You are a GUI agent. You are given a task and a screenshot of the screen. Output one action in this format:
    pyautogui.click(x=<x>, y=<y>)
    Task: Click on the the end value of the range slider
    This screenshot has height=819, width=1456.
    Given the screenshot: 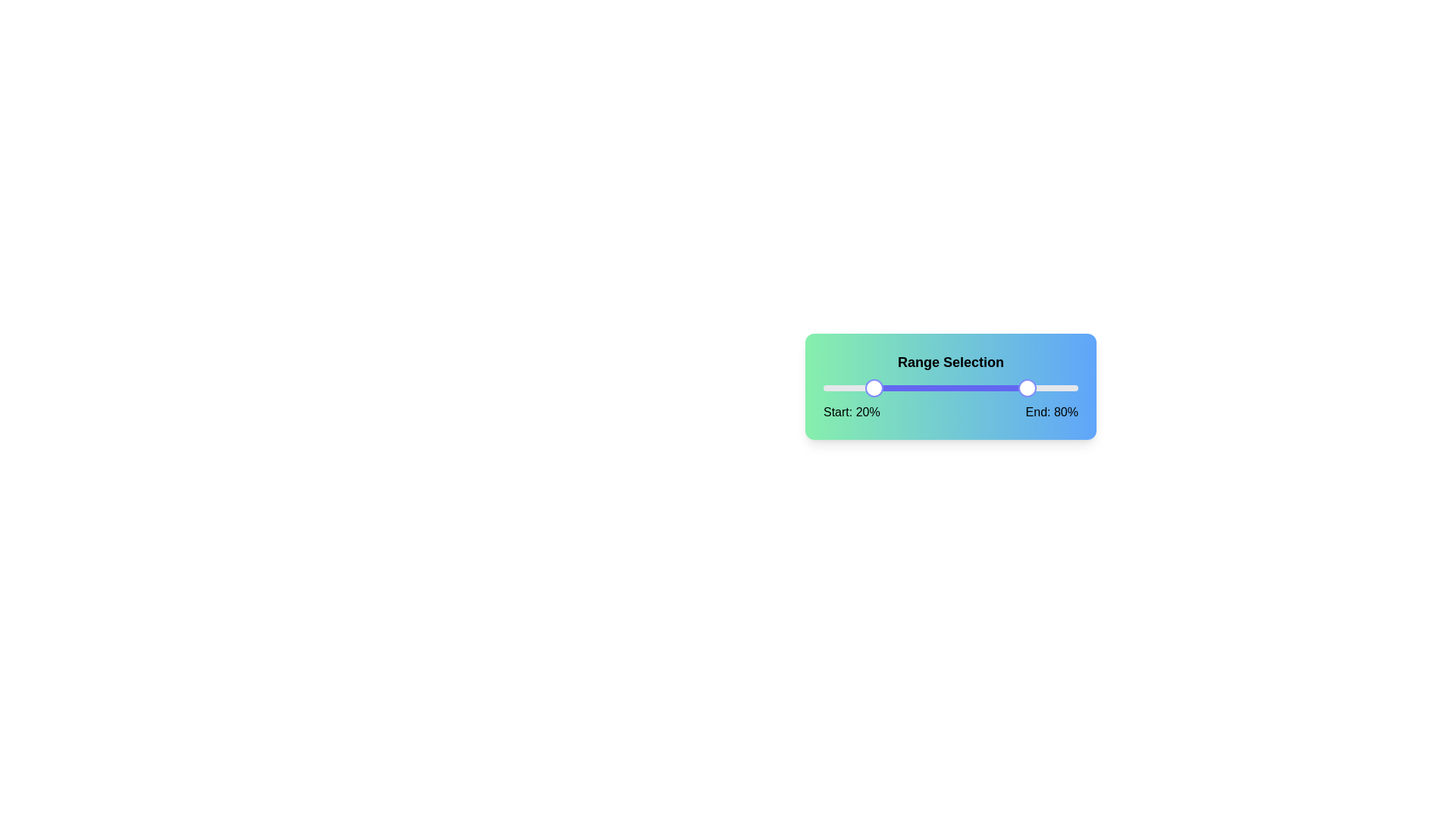 What is the action you would take?
    pyautogui.click(x=1027, y=388)
    